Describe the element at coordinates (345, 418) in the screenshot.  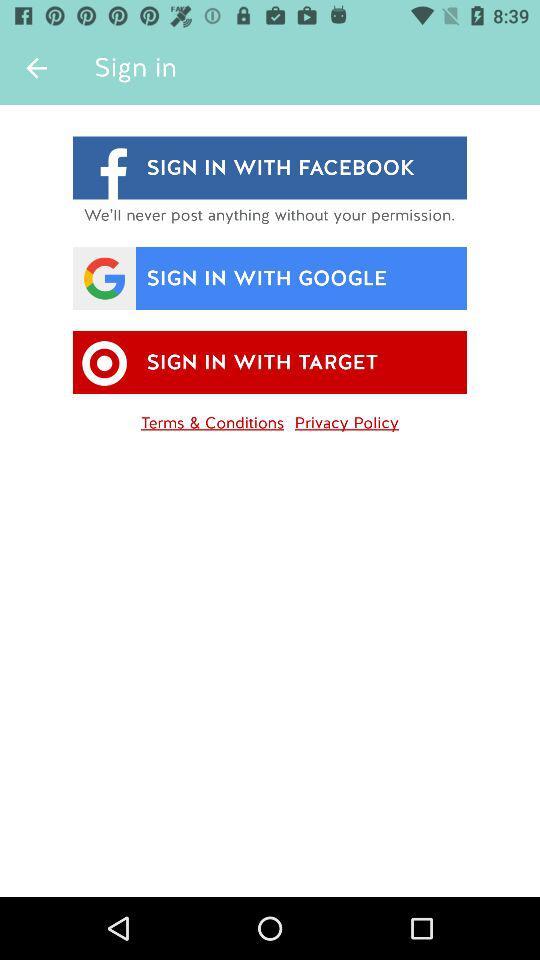
I see `icon below the sign in with icon` at that location.